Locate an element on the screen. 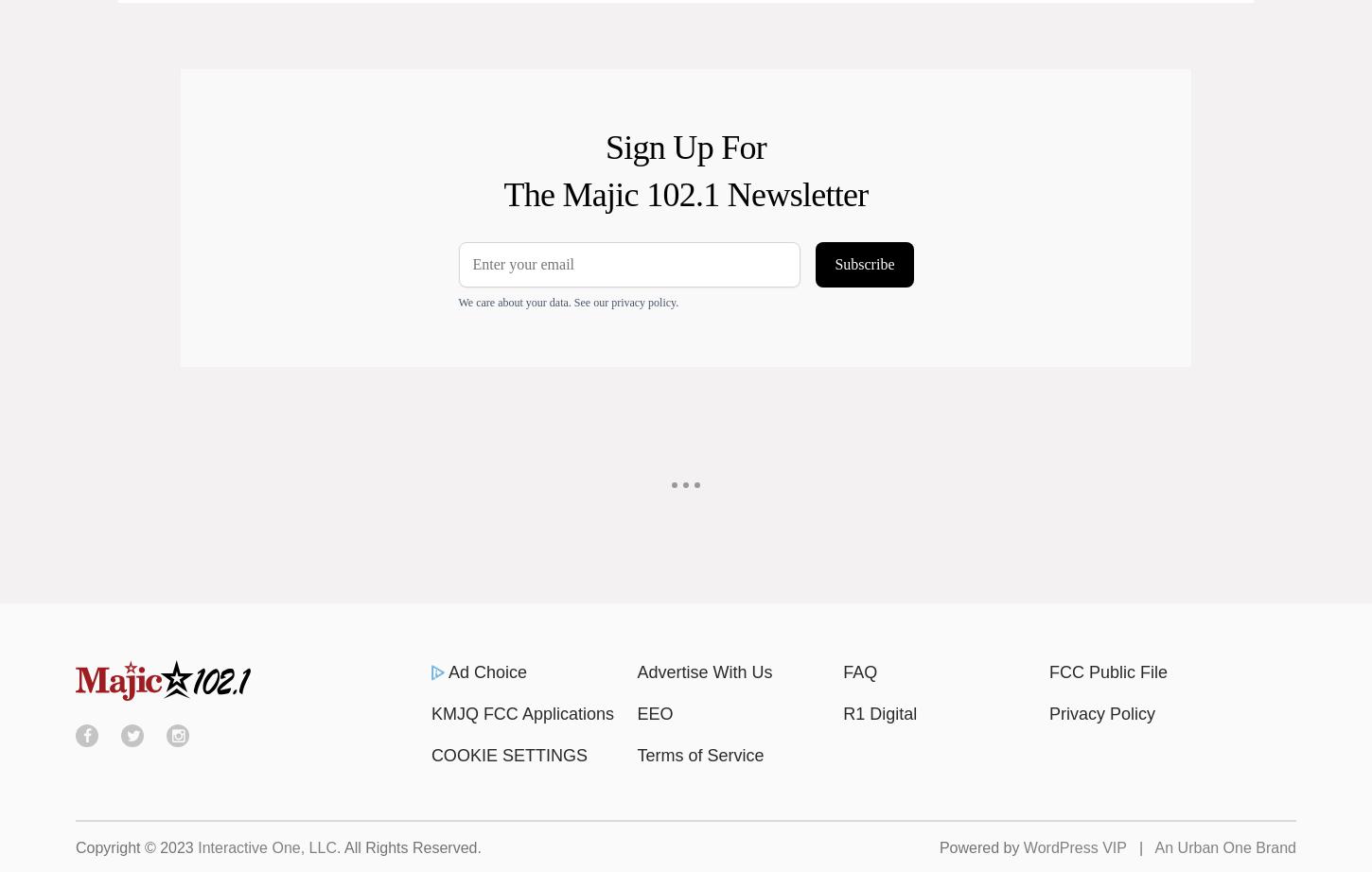 The image size is (1372, 872). '|' is located at coordinates (1138, 846).